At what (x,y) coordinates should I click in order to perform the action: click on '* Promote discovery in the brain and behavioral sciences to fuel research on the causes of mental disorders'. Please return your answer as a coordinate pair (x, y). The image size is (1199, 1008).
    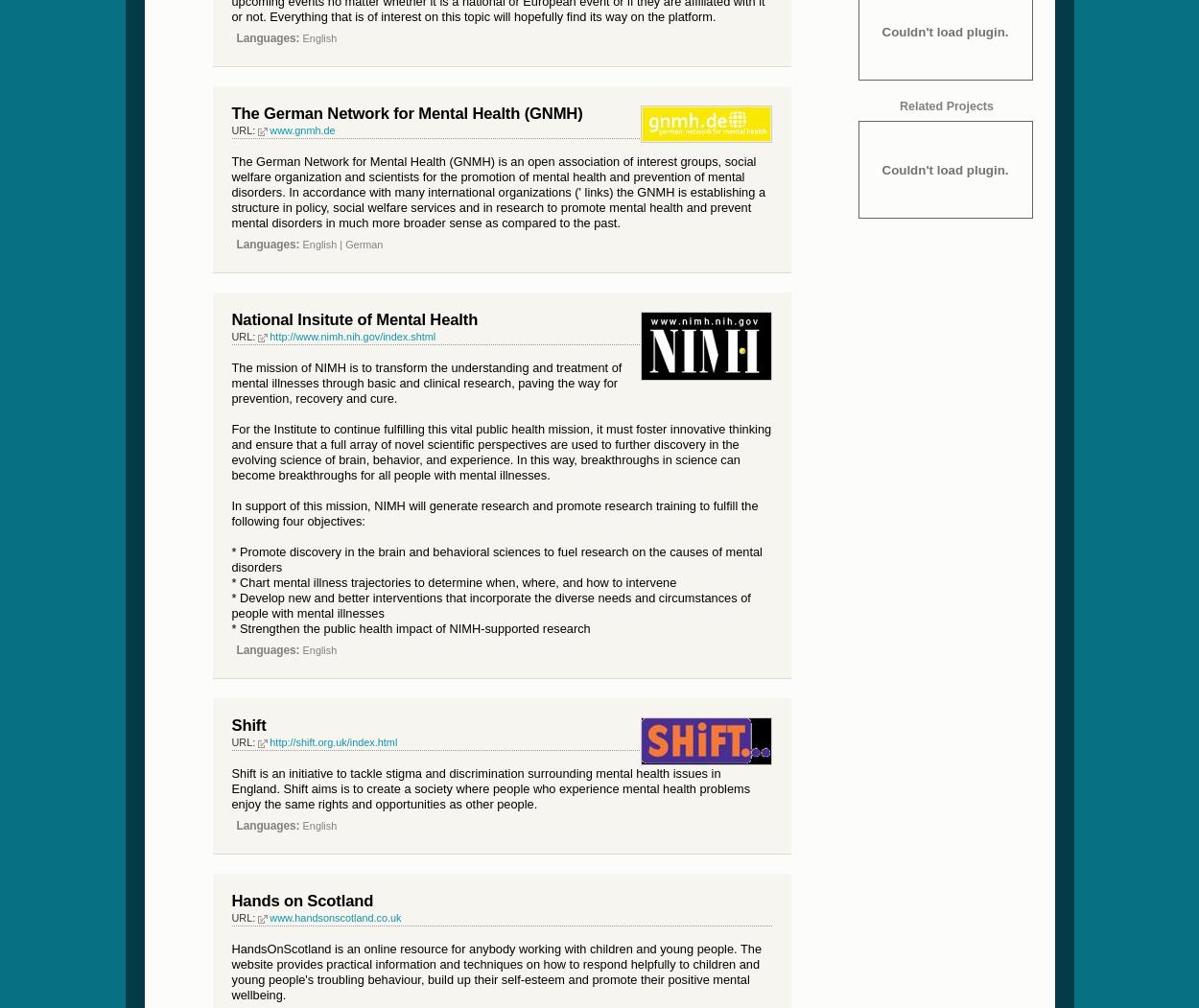
    Looking at the image, I should click on (496, 558).